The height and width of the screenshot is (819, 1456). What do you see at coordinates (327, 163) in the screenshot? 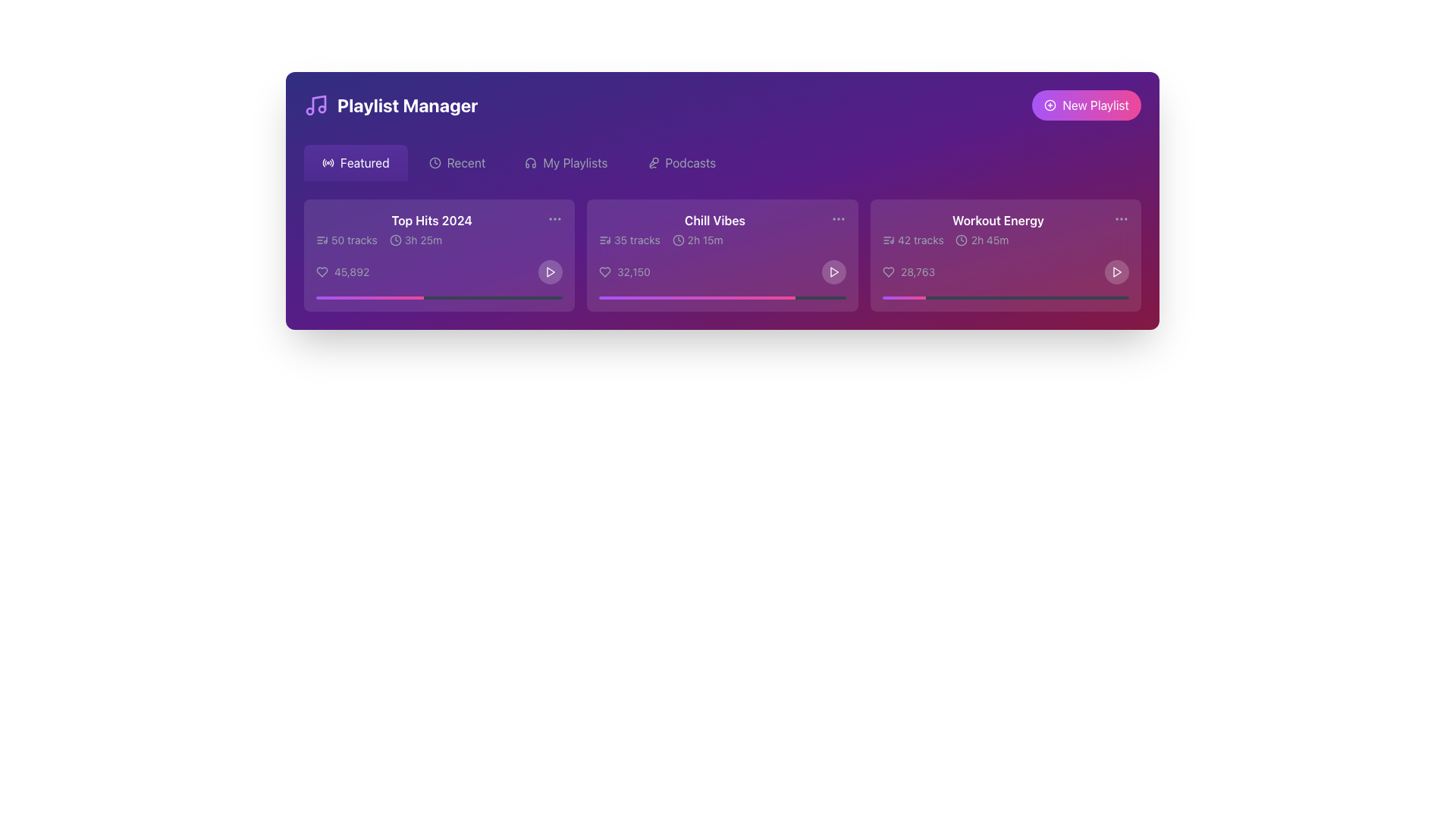
I see `the decorative icon representing the 'Featured' tab located in the navigation bar, positioned to the left of the word 'Featured'` at bounding box center [327, 163].